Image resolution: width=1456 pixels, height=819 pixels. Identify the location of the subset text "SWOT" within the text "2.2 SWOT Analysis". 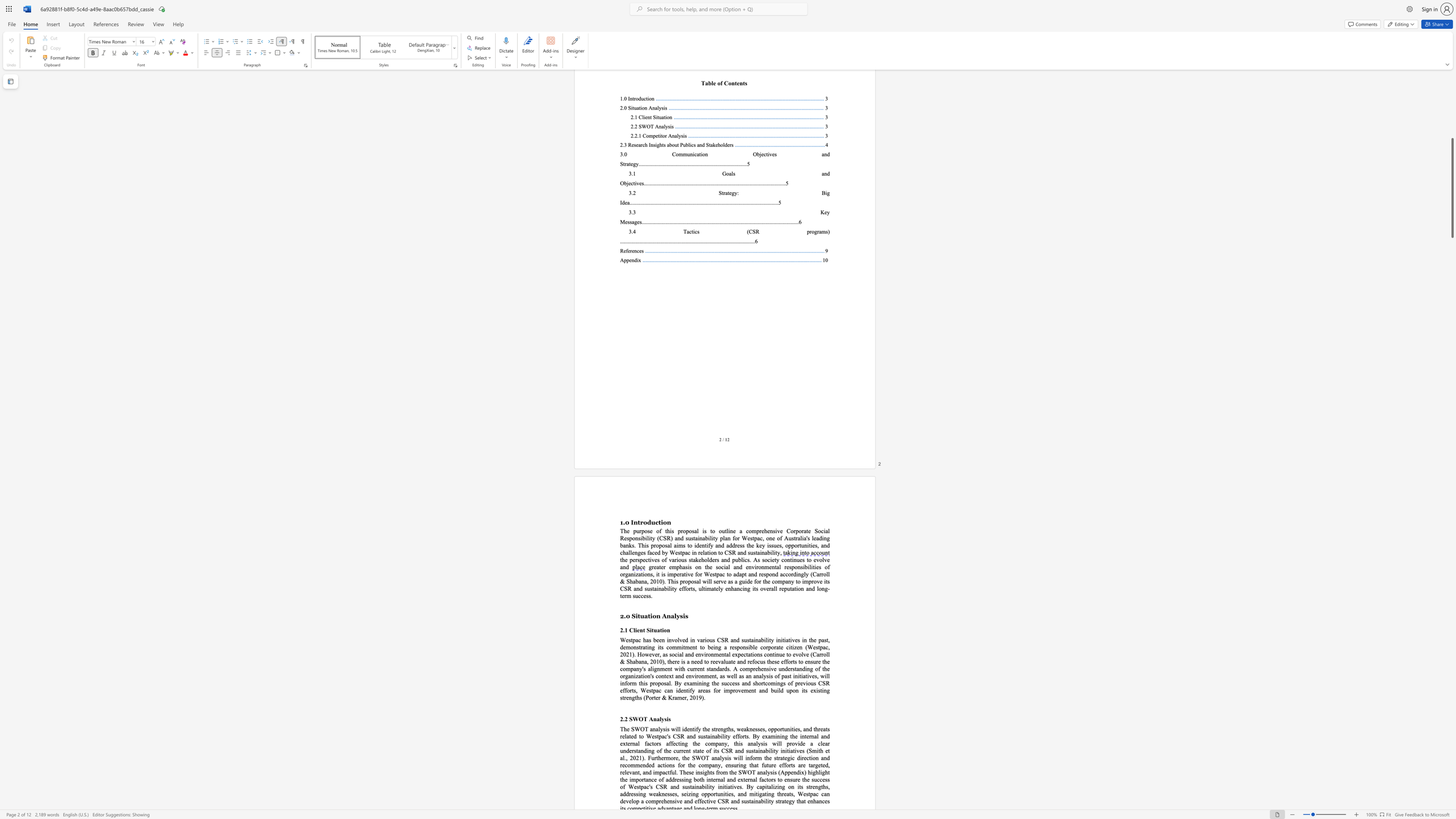
(629, 718).